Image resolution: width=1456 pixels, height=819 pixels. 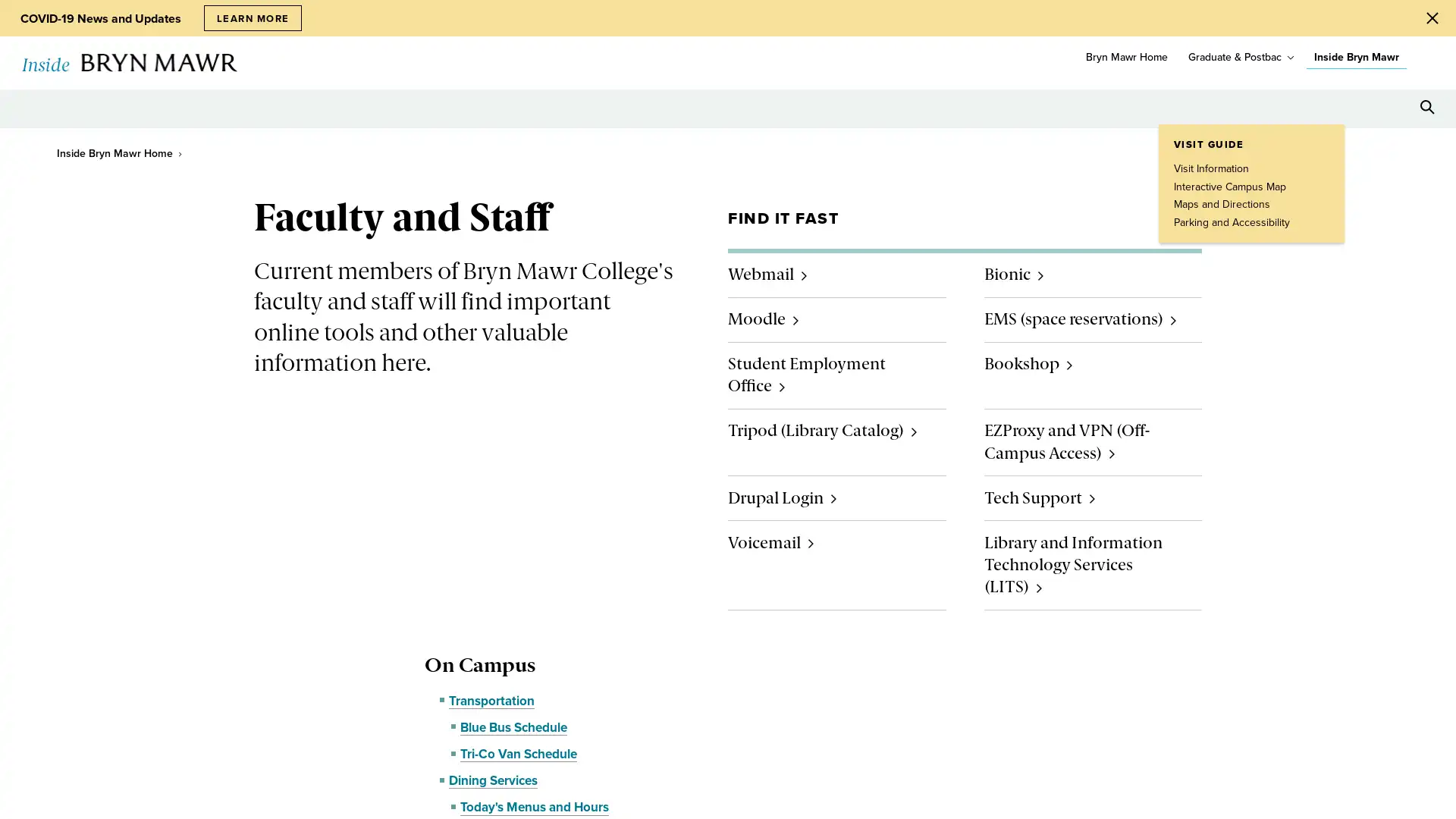 What do you see at coordinates (1314, 105) in the screenshot?
I see `Open Location menu` at bounding box center [1314, 105].